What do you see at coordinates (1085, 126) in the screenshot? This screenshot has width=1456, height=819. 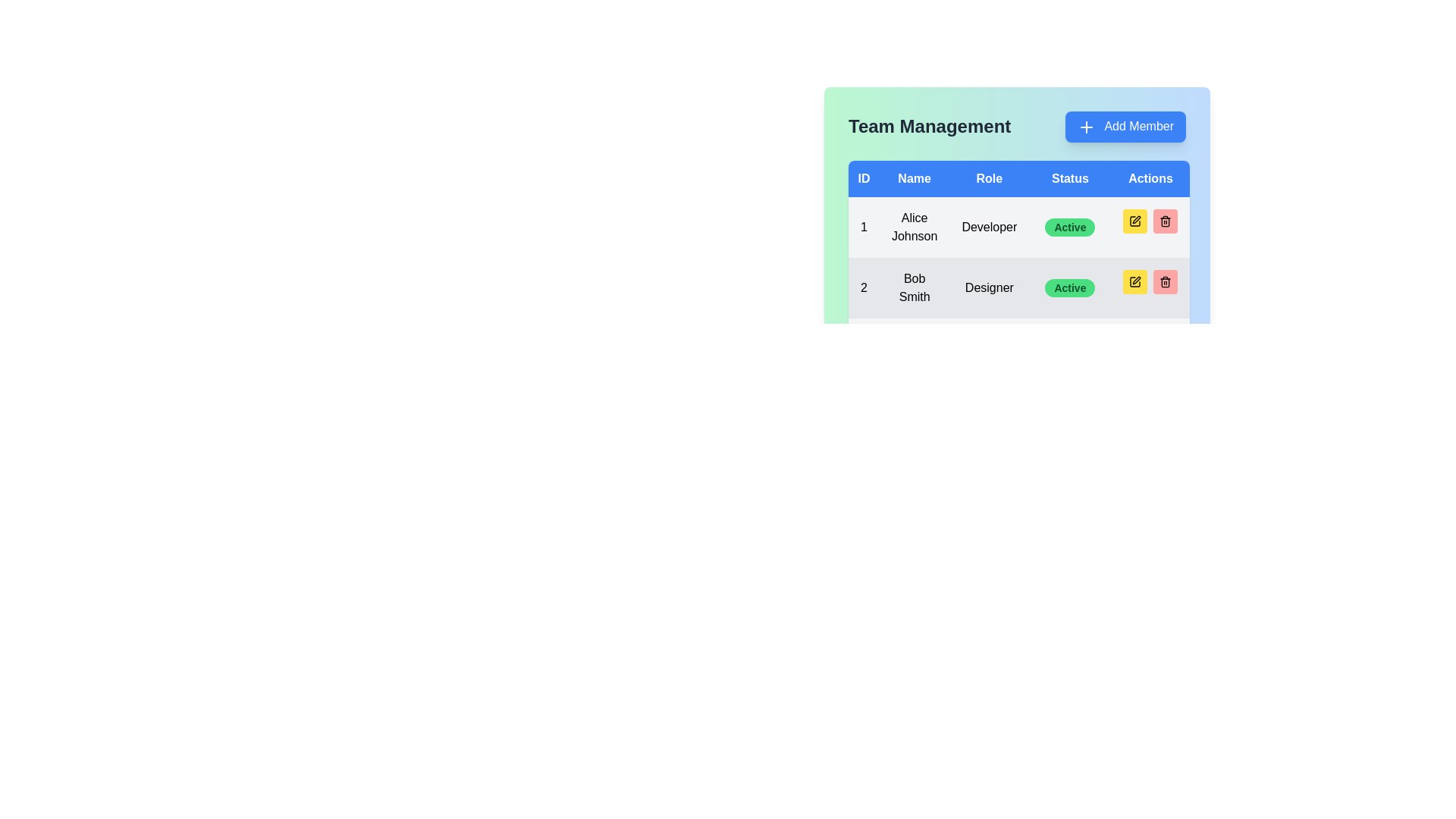 I see `the indicator icon located at the center-left portion of the 'Add Member' button in the upper-right corner of the main interface` at bounding box center [1085, 126].